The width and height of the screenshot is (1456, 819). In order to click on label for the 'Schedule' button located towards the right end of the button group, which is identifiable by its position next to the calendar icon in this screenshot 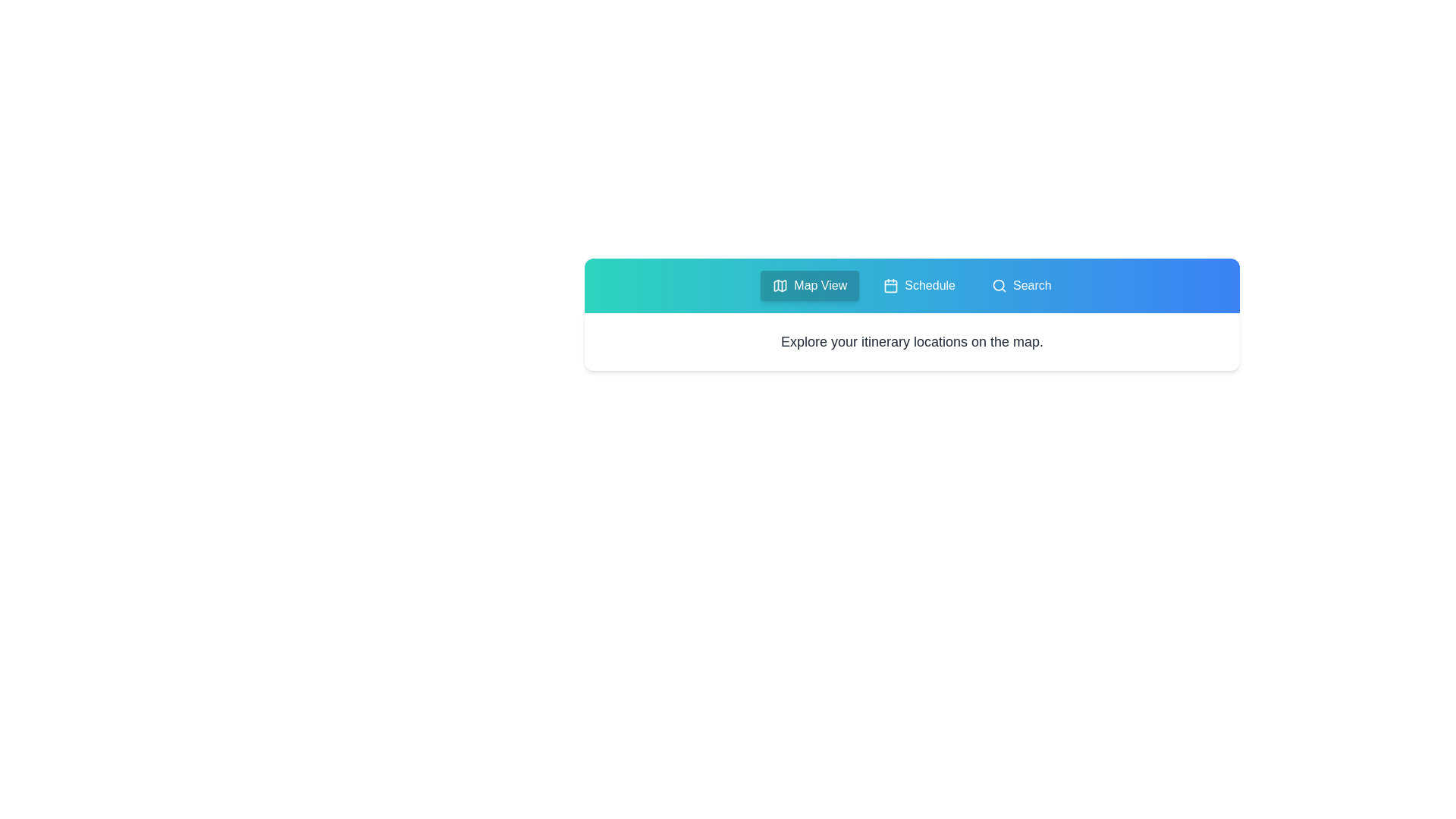, I will do `click(929, 286)`.